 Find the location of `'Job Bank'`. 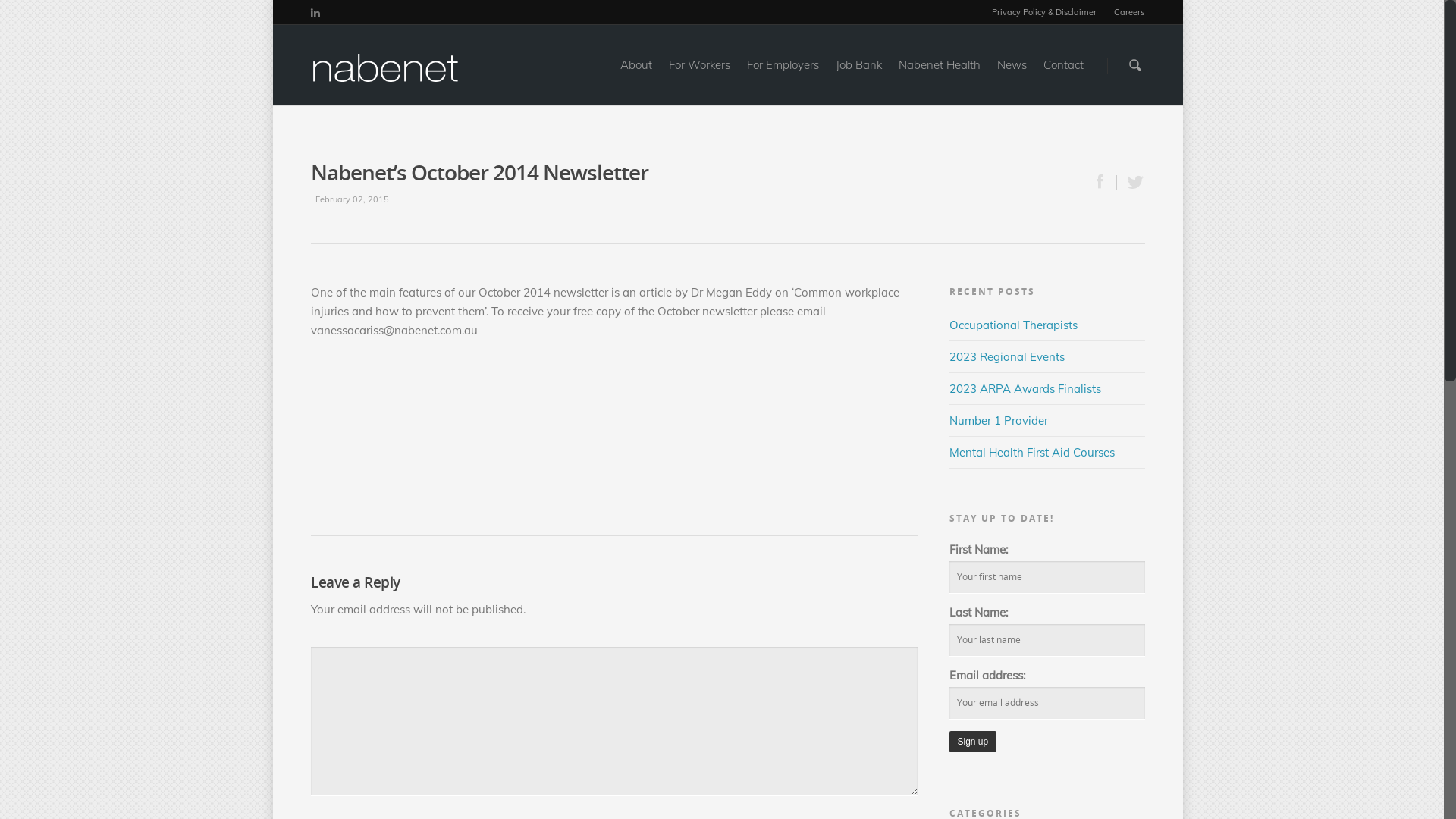

'Job Bank' is located at coordinates (858, 76).